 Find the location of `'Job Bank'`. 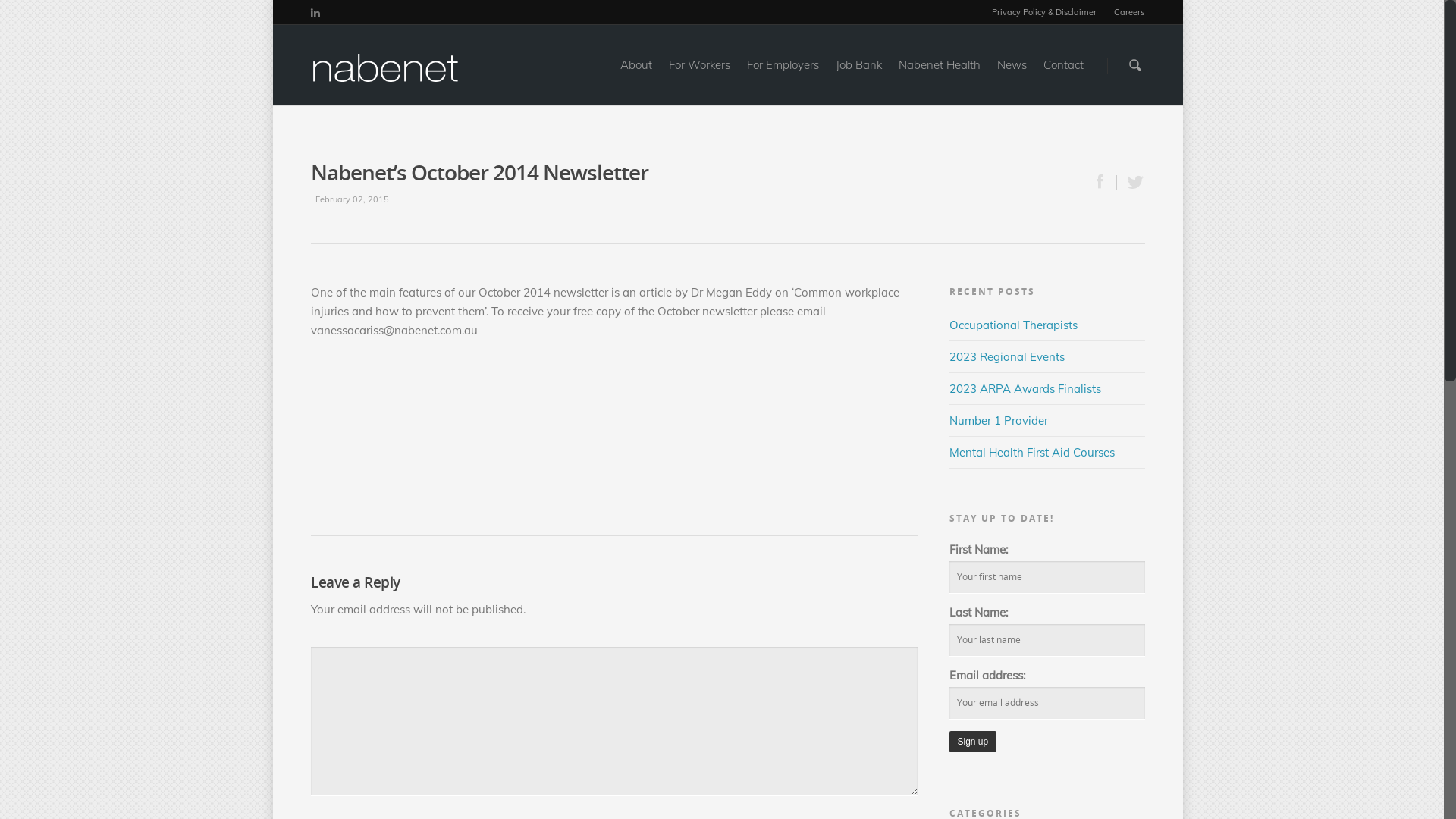

'Job Bank' is located at coordinates (858, 76).